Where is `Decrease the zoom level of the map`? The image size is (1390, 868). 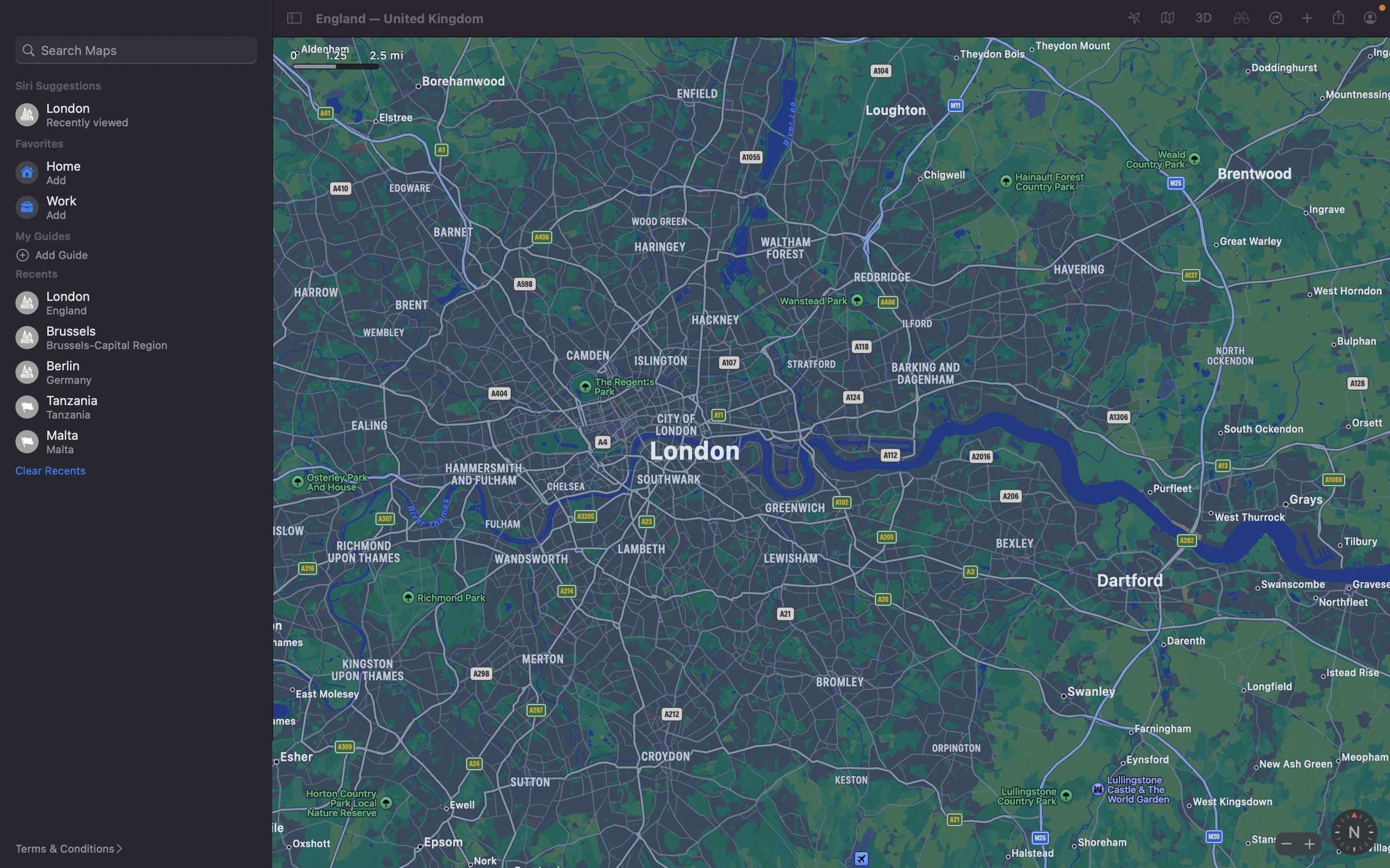
Decrease the zoom level of the map is located at coordinates (1285, 843).